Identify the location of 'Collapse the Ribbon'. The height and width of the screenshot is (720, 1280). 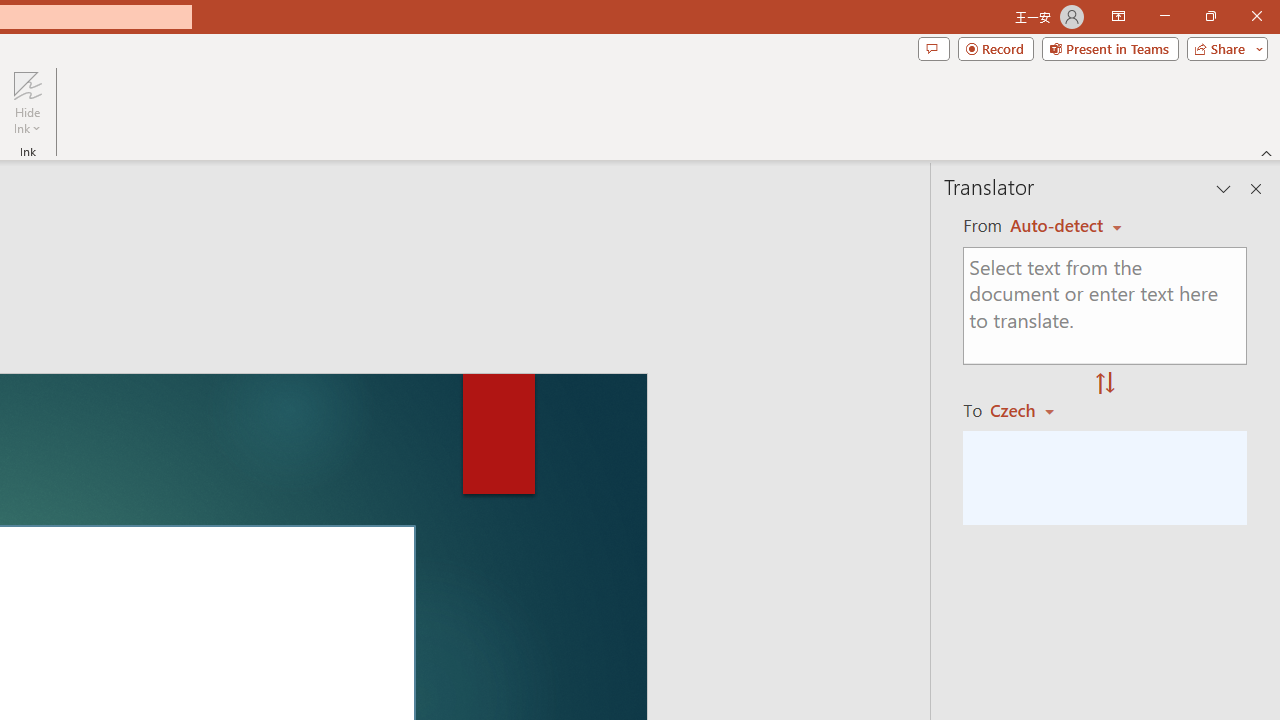
(1266, 152).